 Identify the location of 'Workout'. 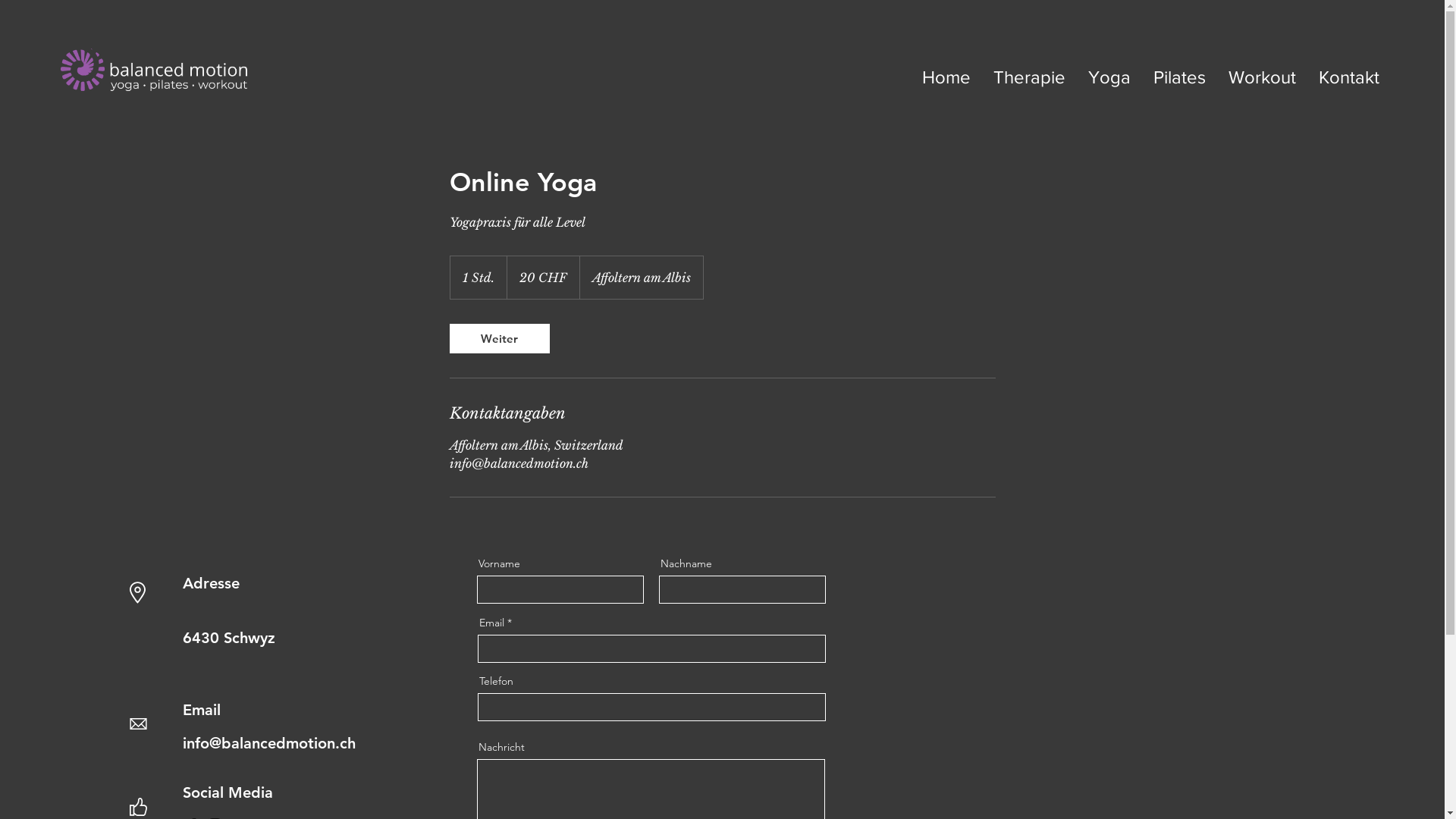
(1262, 77).